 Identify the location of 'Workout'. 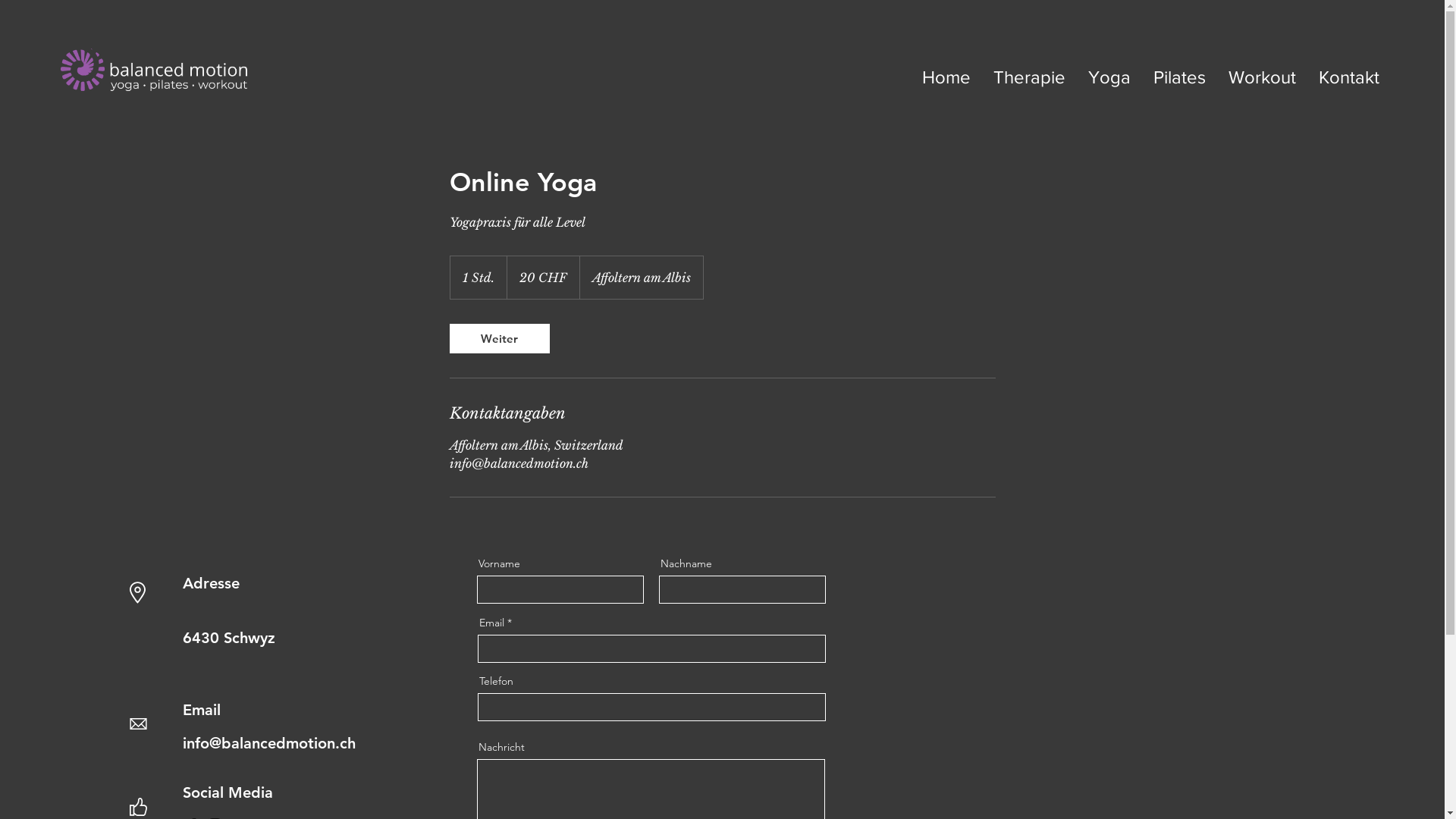
(1262, 77).